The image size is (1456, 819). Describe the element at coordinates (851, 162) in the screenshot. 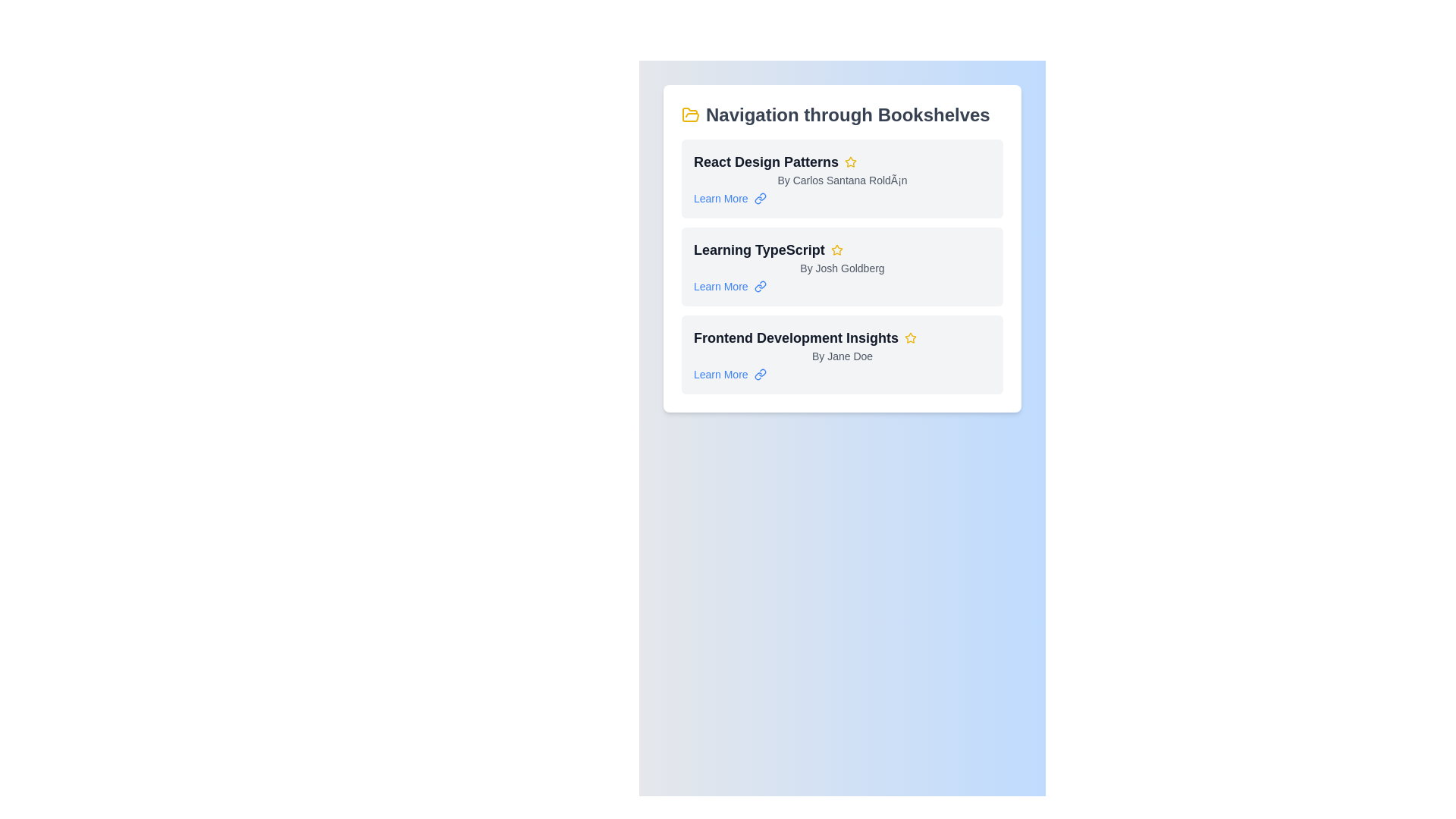

I see `the visual indicator icon representing the rating or highlight marker for the book titled 'React Design Patterns', which is the first item in a vertical list of three book entries` at that location.